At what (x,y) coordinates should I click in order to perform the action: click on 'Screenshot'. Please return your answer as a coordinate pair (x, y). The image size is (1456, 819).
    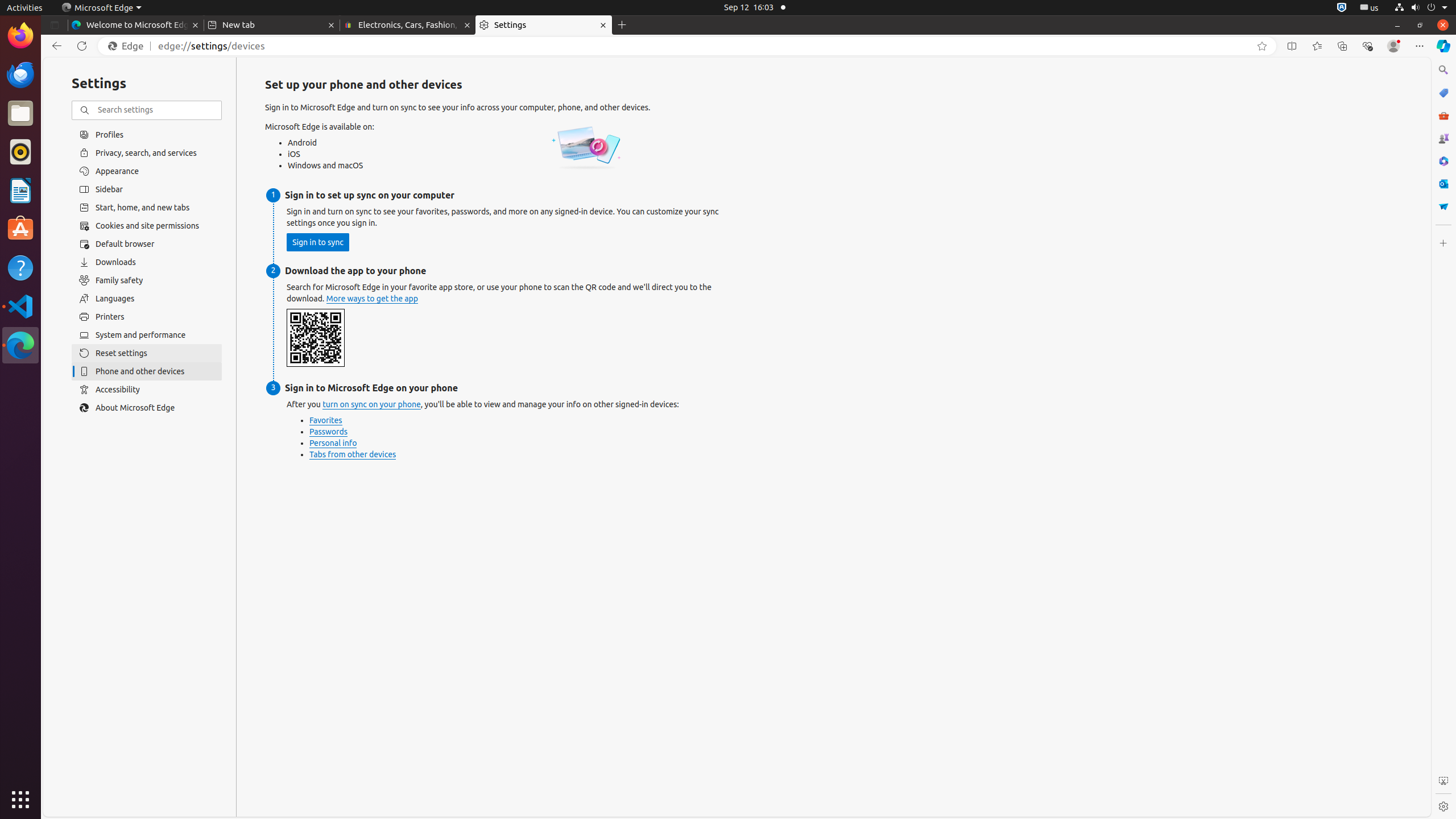
    Looking at the image, I should click on (1442, 780).